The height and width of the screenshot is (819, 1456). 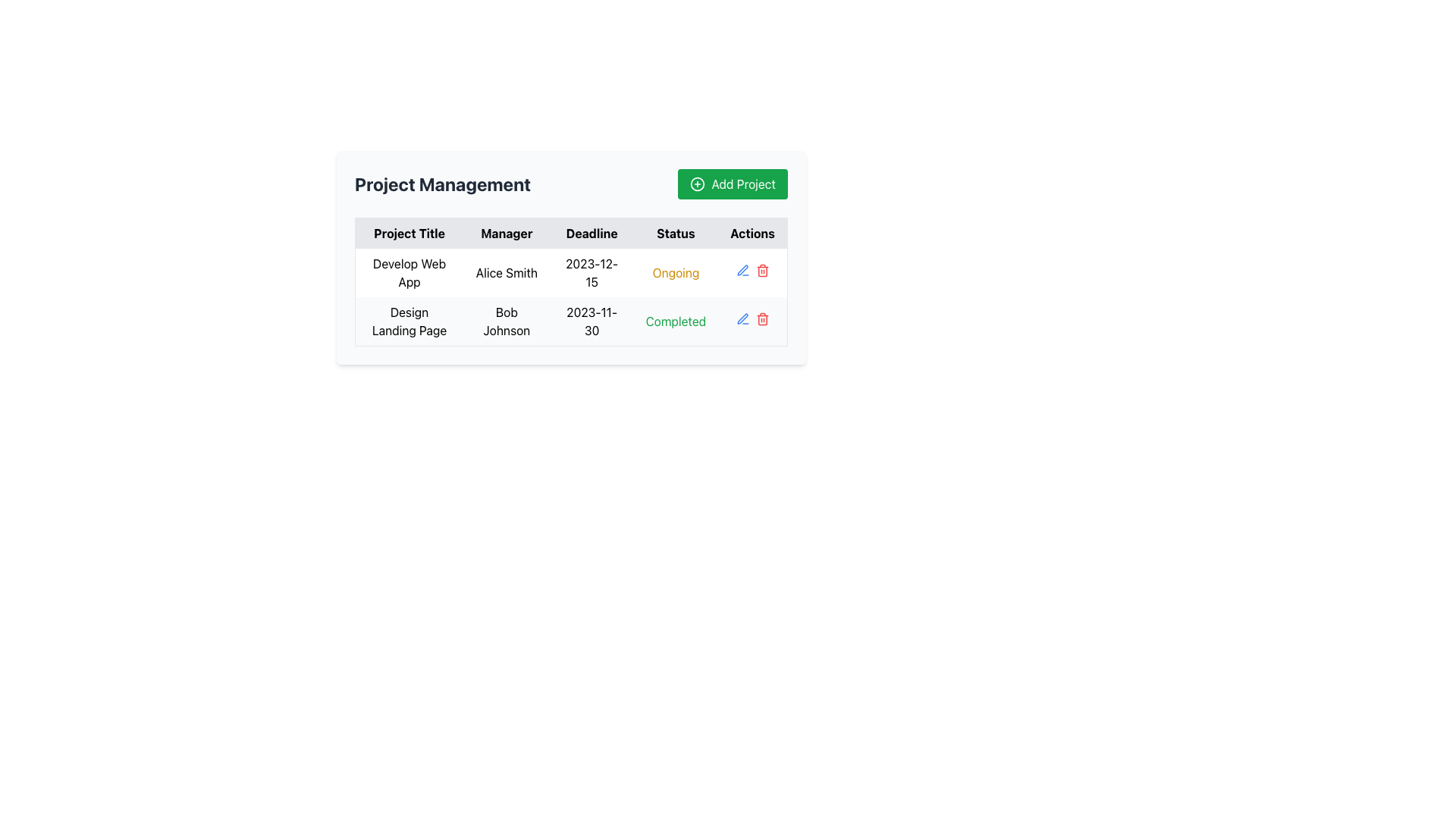 I want to click on the text label displaying 'Bob Johnson' in the second cell of the 'Manager' column in the second row of the table, so click(x=507, y=321).